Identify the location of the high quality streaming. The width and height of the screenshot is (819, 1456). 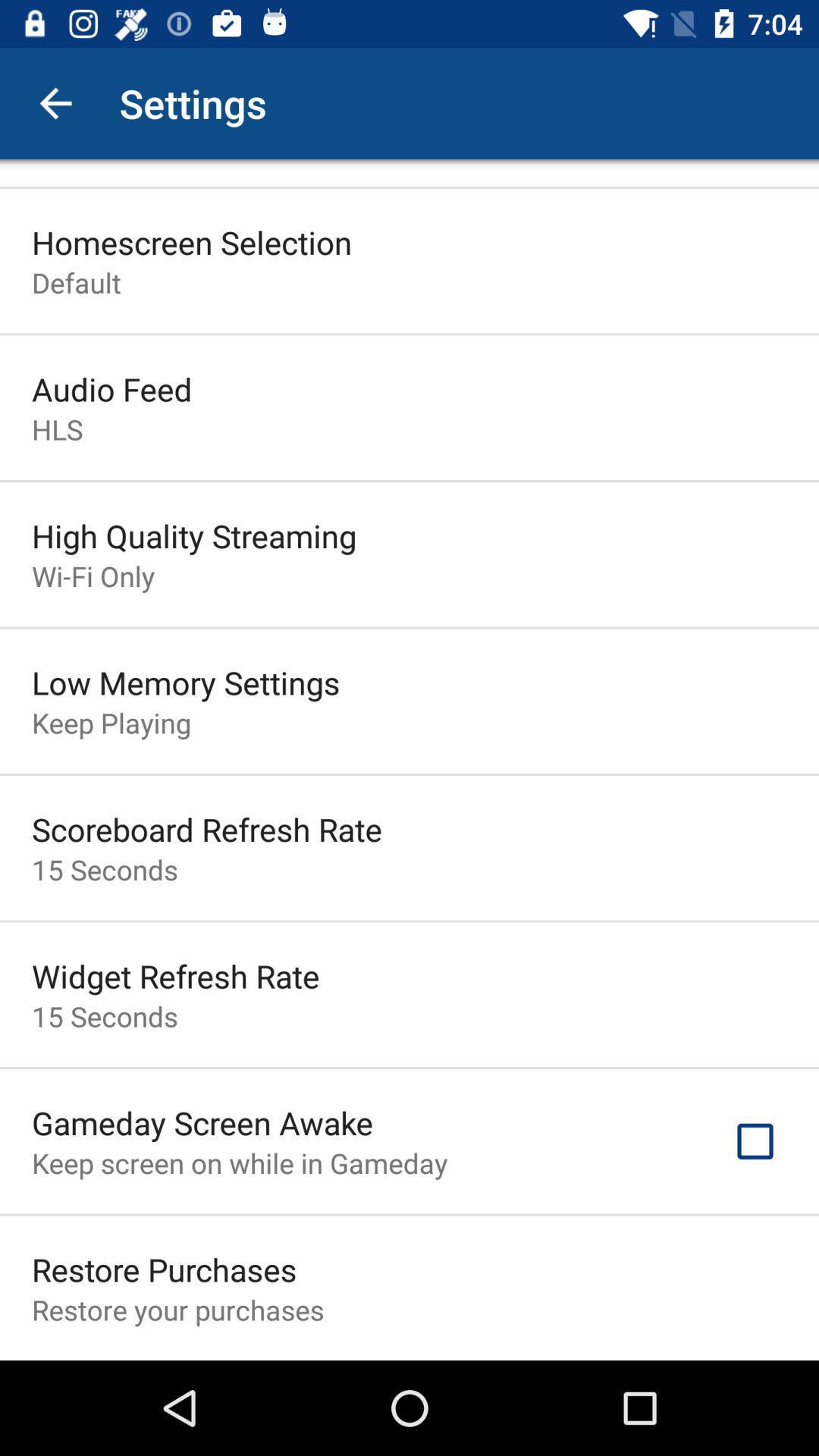
(193, 535).